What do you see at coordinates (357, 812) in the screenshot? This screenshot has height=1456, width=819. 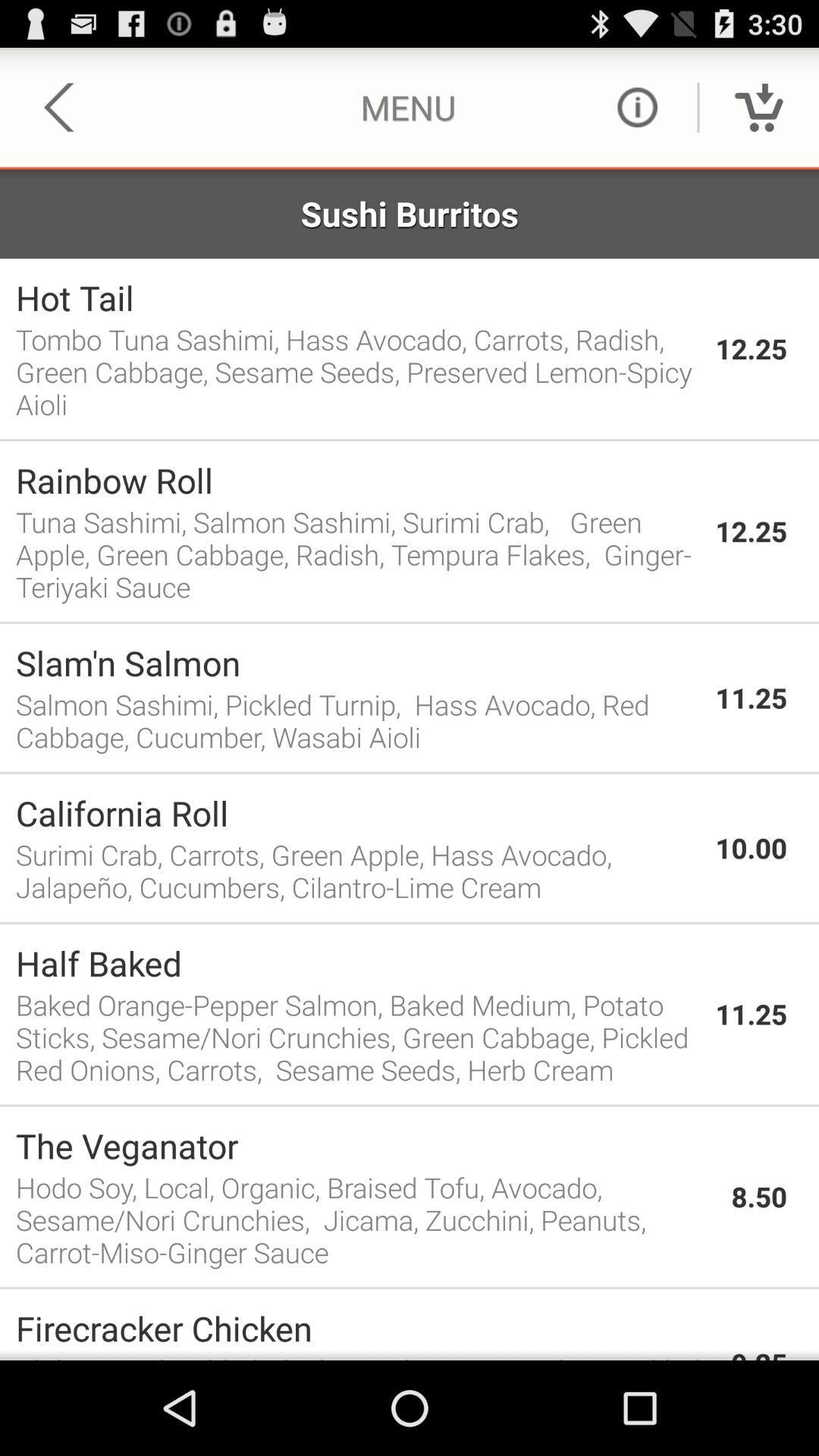 I see `california roll icon` at bounding box center [357, 812].